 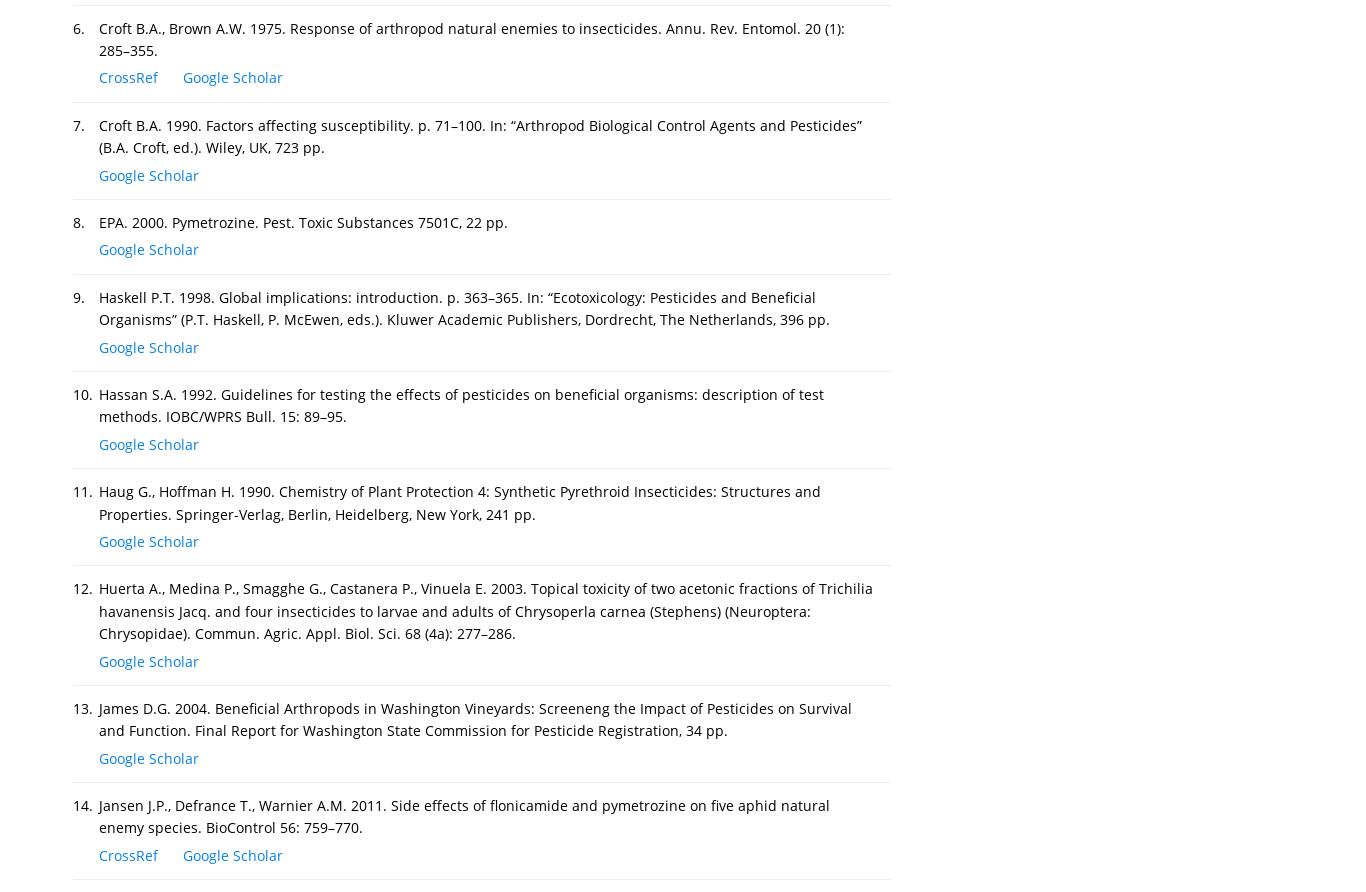 What do you see at coordinates (464, 308) in the screenshot?
I see `'Haskell P.T. 1998. Global implications: introduction. p. 363–365. In: “Ecotoxicology: Pesticides and Beneficial Organisms” (P.T. Haskell, P. McEwen, eds.). Kluwer Academic Publishers, Dordrecht, The Netherlands, 396 pp.'` at bounding box center [464, 308].